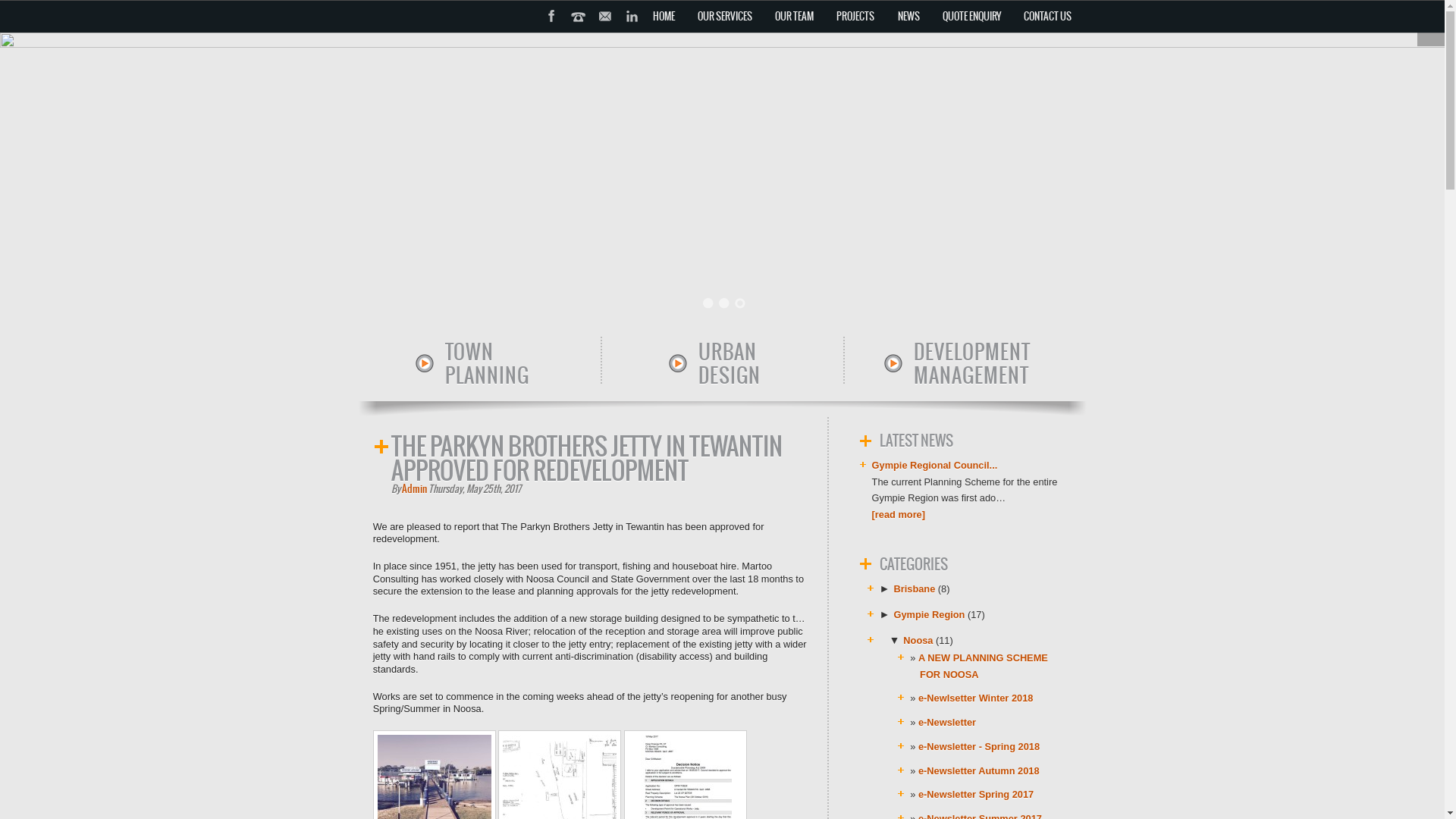  I want to click on 'e-Newlsetter Winter 2018', so click(975, 698).